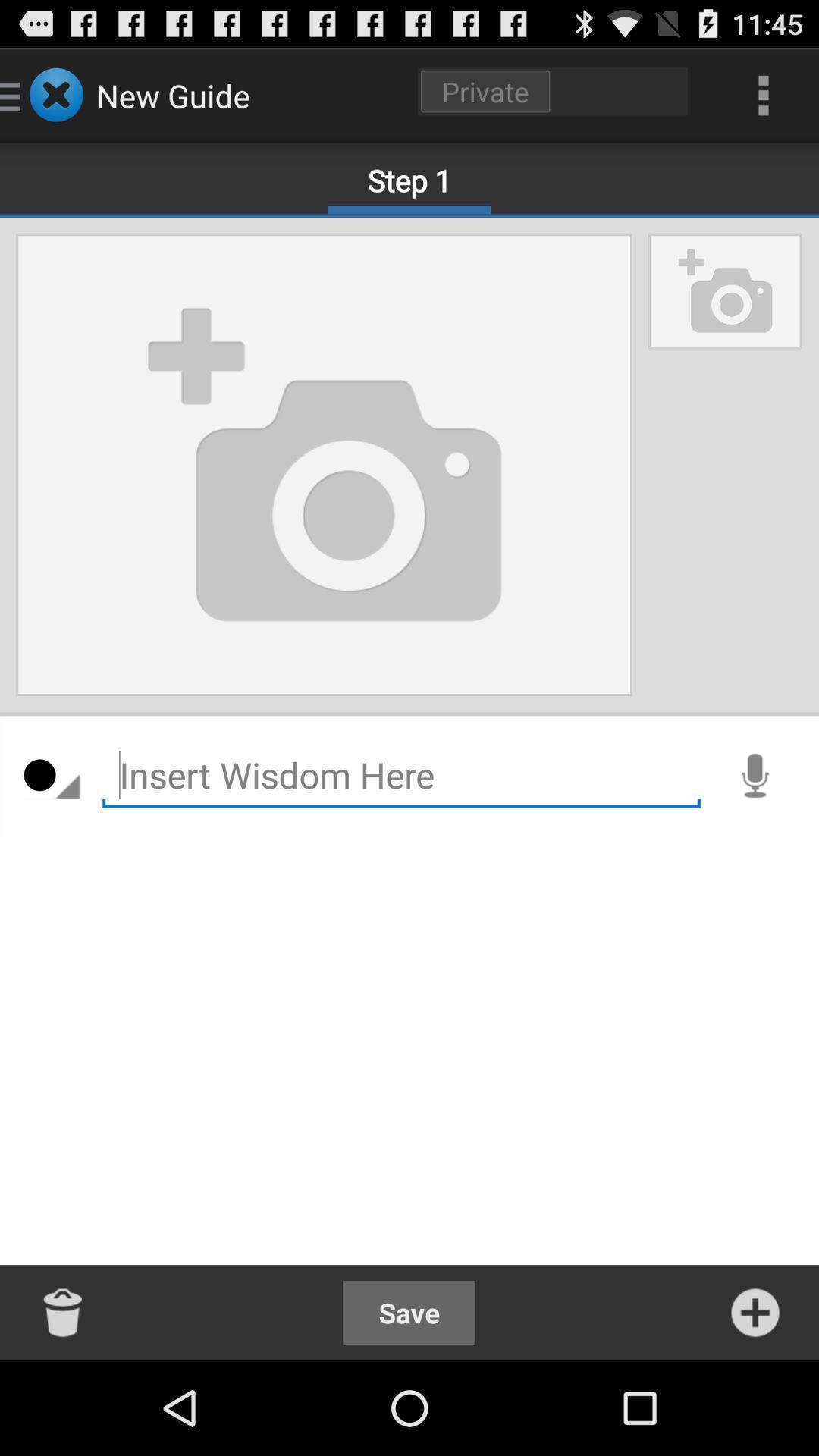  What do you see at coordinates (553, 90) in the screenshot?
I see `the item to the right of the new guide item` at bounding box center [553, 90].